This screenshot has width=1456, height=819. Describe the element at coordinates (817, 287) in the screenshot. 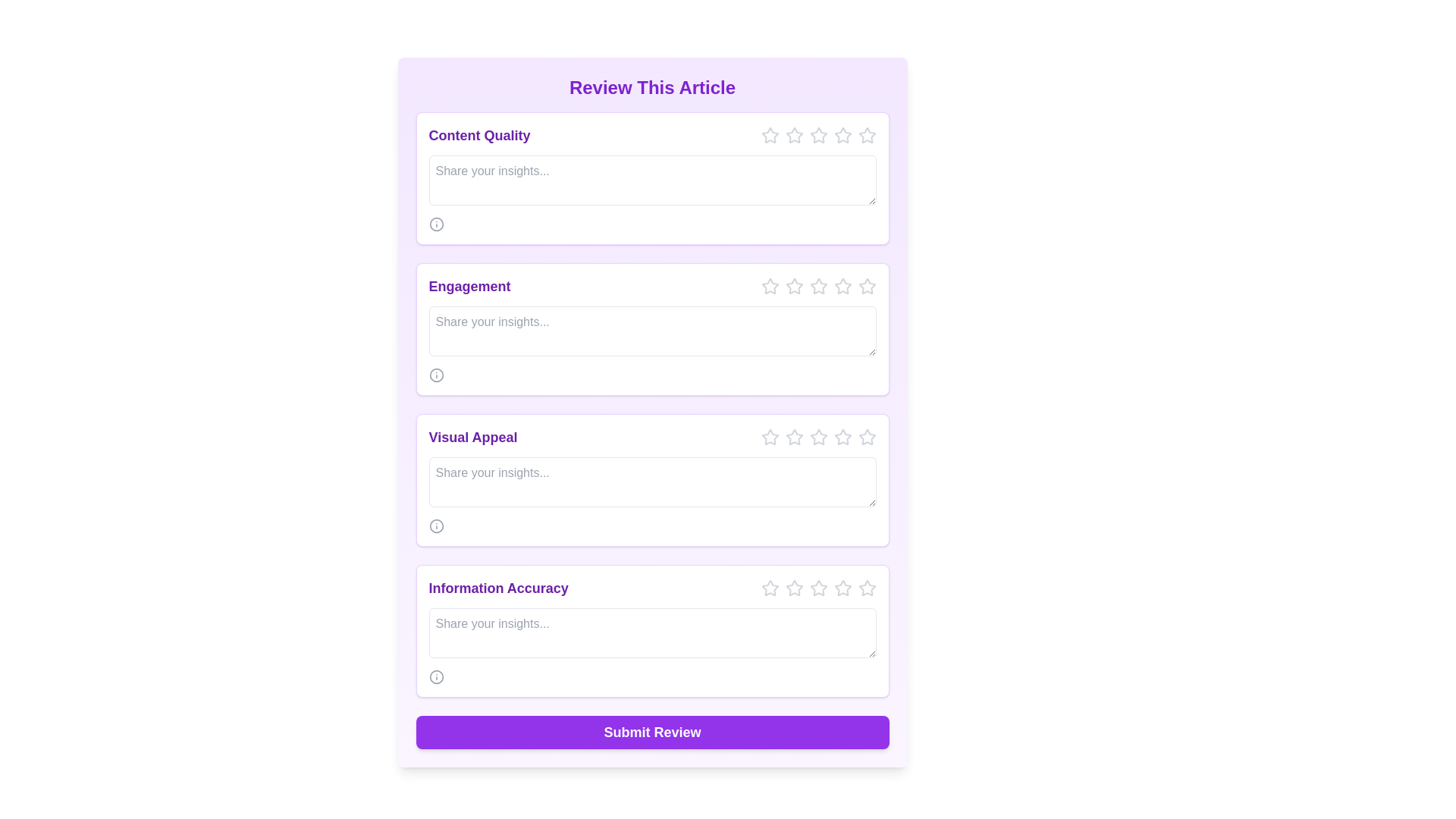

I see `the third star icon in the Rating Star Icon component located in the 'Engagement' section of the 'Review This Article' form` at that location.